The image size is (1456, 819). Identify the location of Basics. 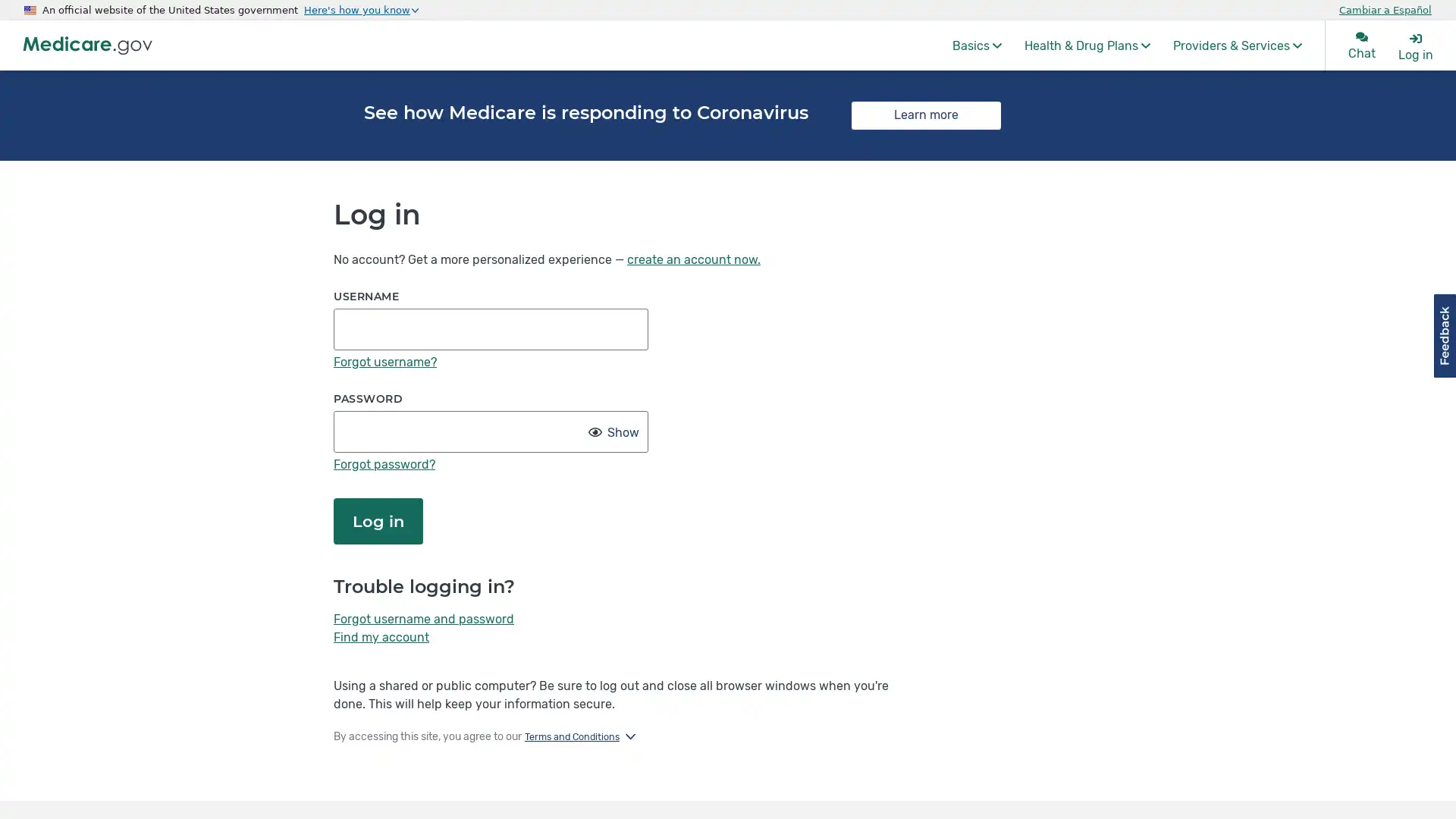
(977, 45).